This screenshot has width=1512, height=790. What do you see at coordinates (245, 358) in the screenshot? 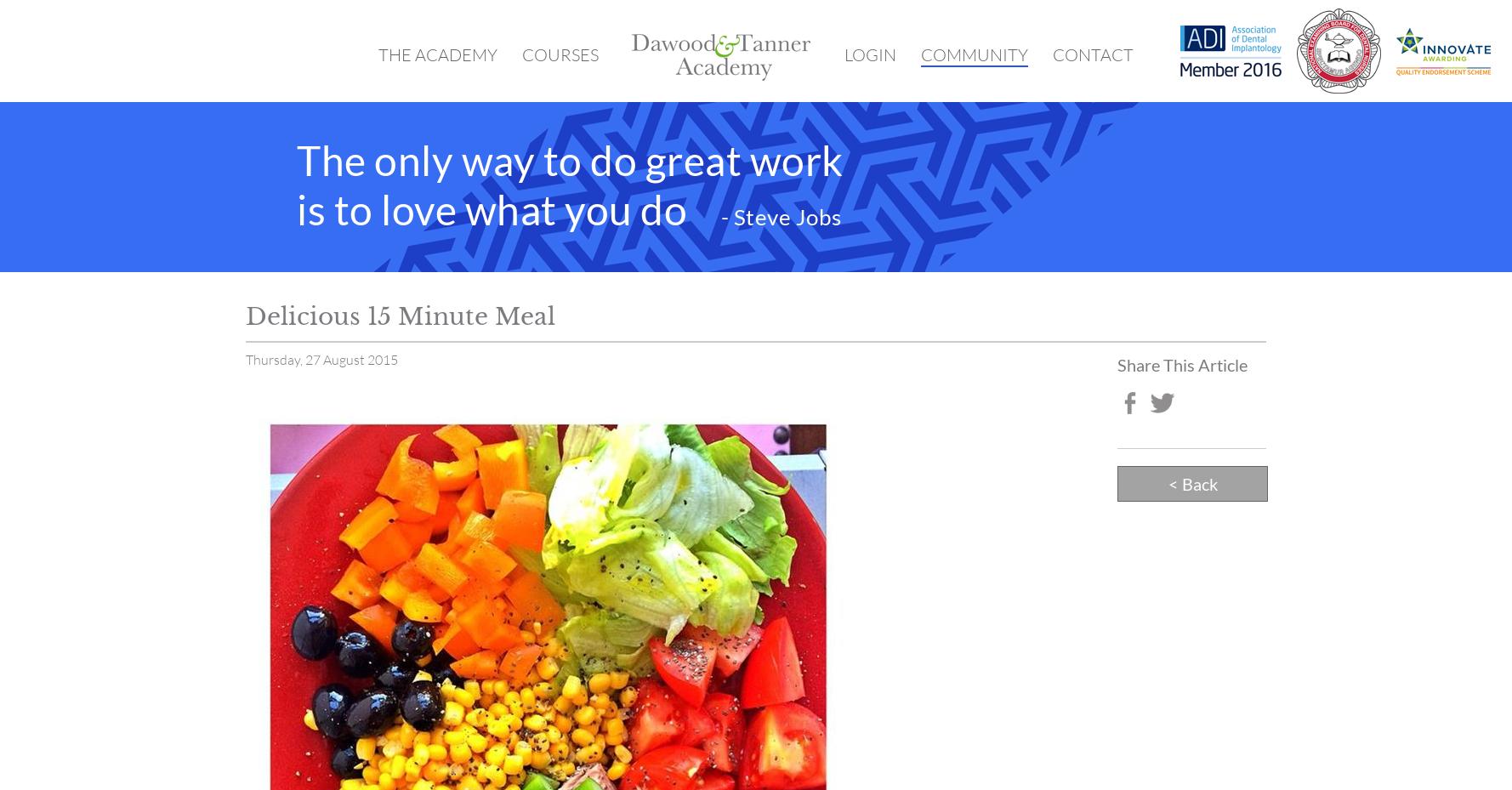
I see `'Thursday, 27 August 2015'` at bounding box center [245, 358].